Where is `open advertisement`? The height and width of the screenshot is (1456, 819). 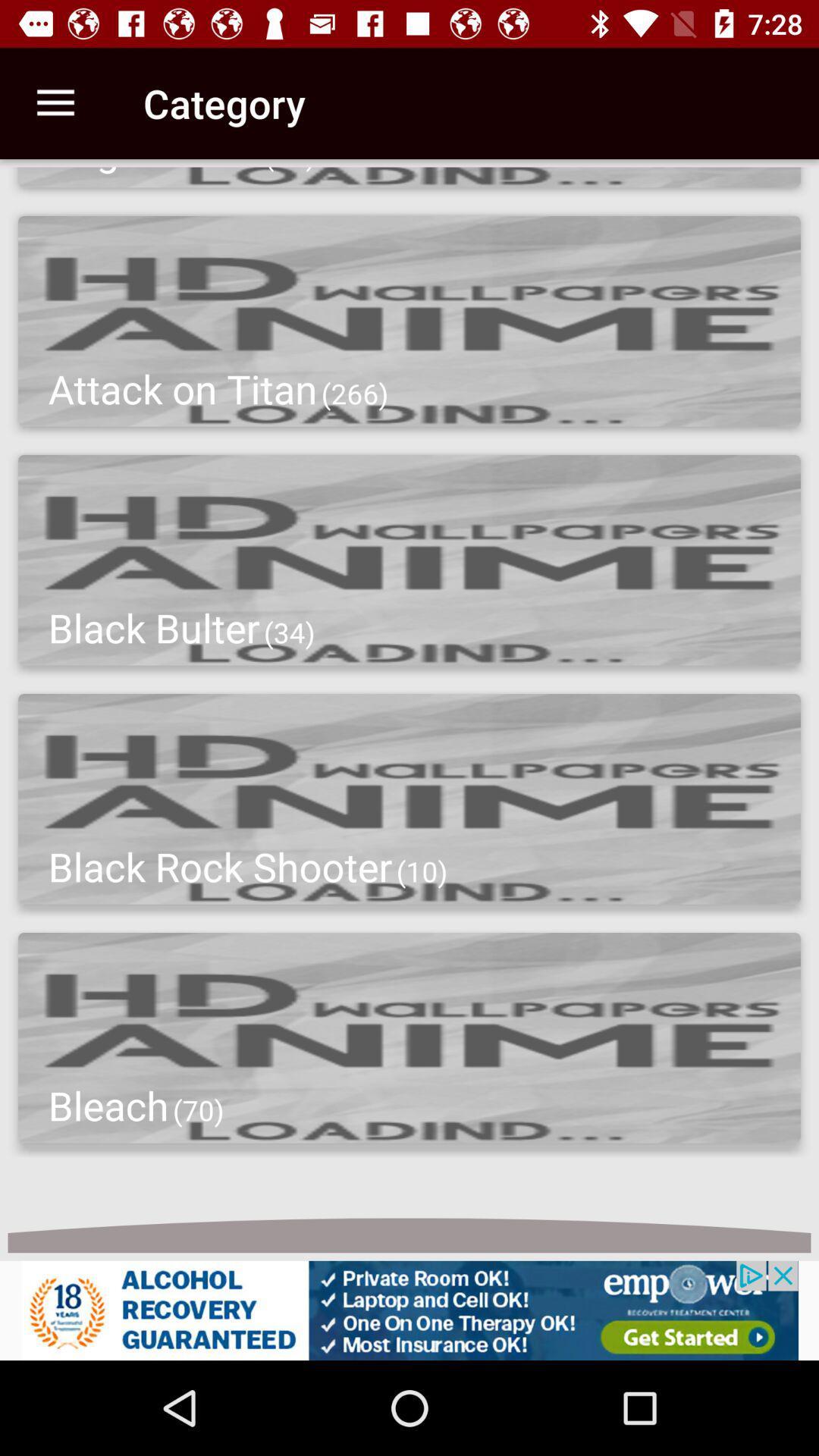 open advertisement is located at coordinates (409, 1310).